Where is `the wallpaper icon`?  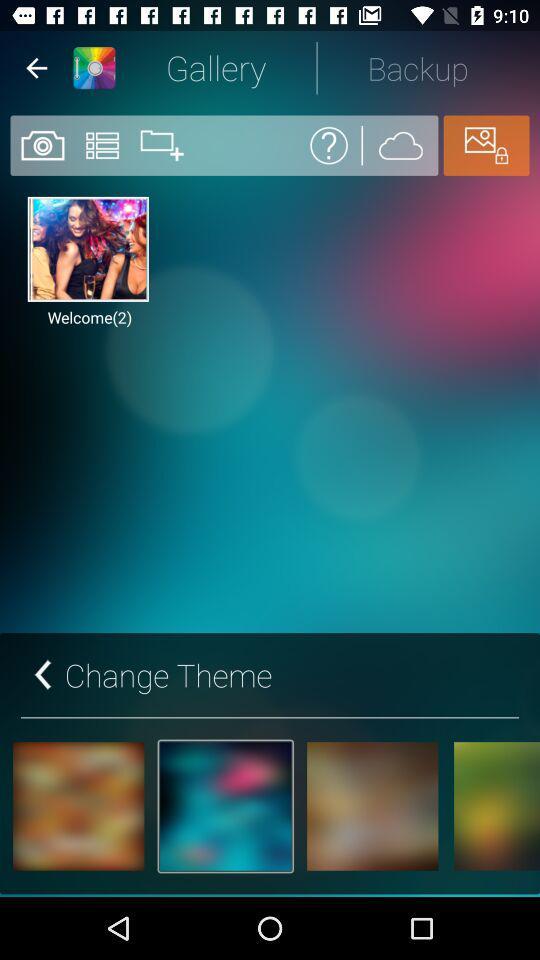 the wallpaper icon is located at coordinates (485, 144).